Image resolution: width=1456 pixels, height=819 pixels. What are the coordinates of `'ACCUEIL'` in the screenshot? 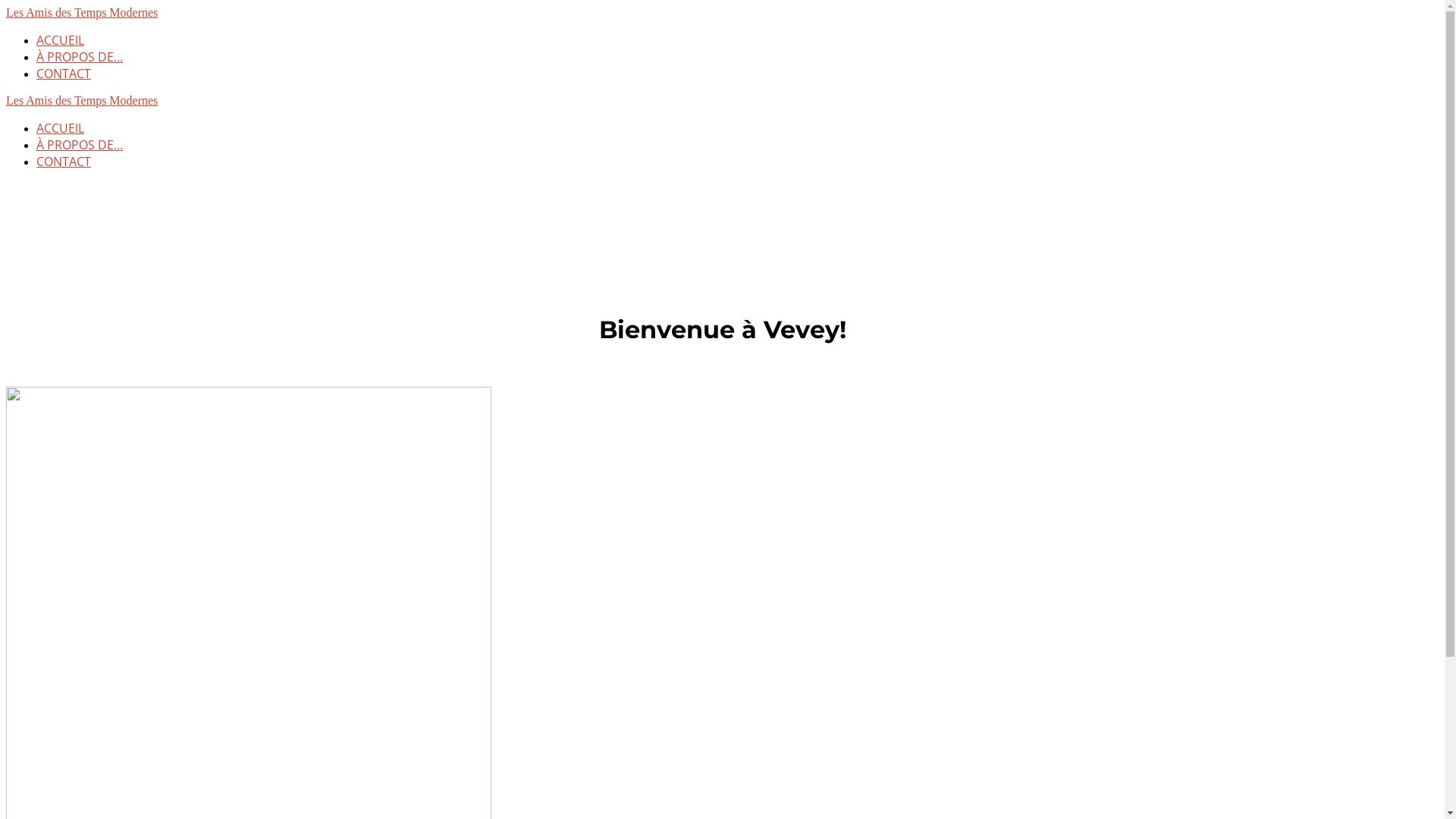 It's located at (36, 127).